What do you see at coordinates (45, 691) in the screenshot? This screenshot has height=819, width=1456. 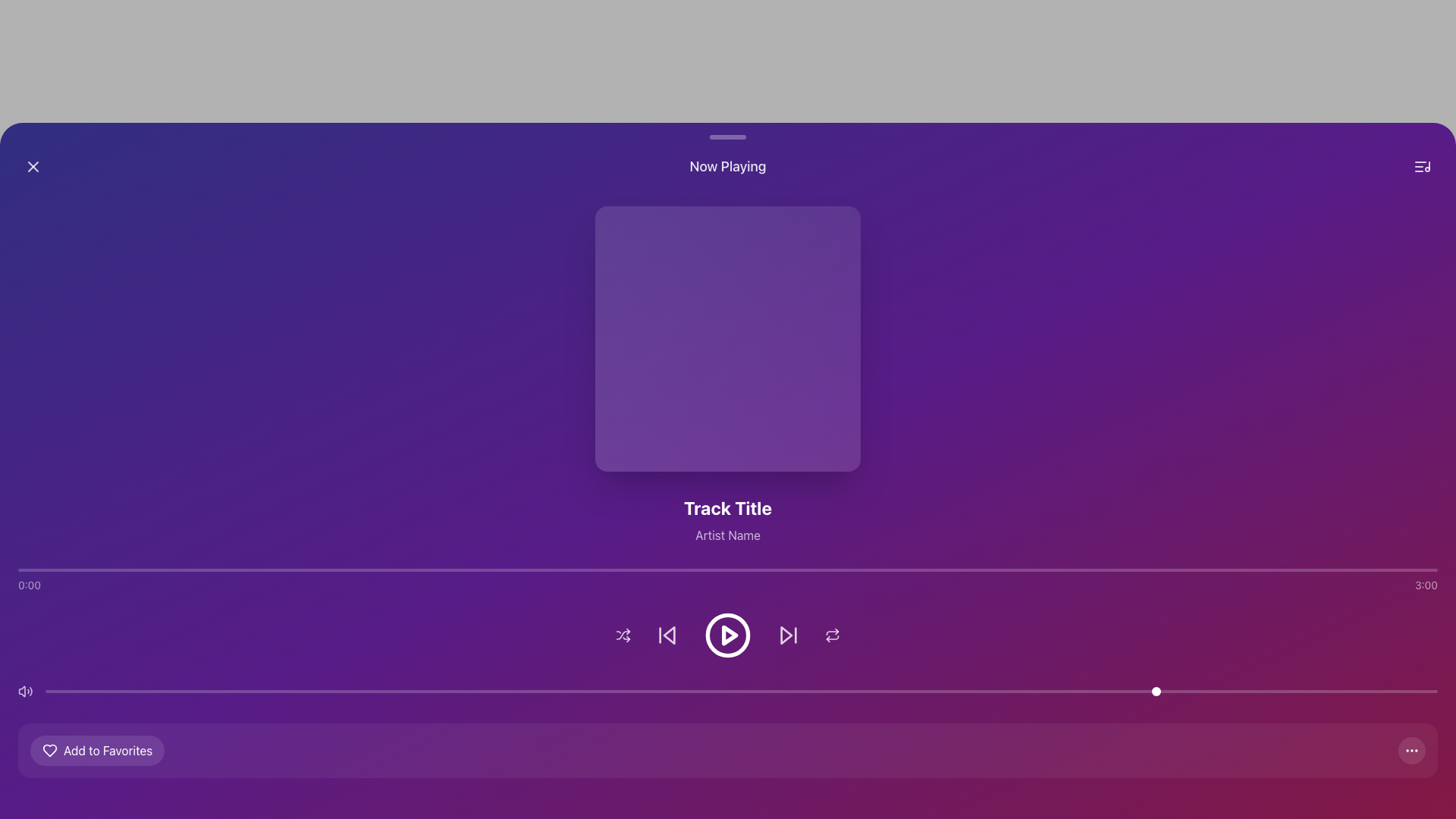 I see `the slider value` at bounding box center [45, 691].